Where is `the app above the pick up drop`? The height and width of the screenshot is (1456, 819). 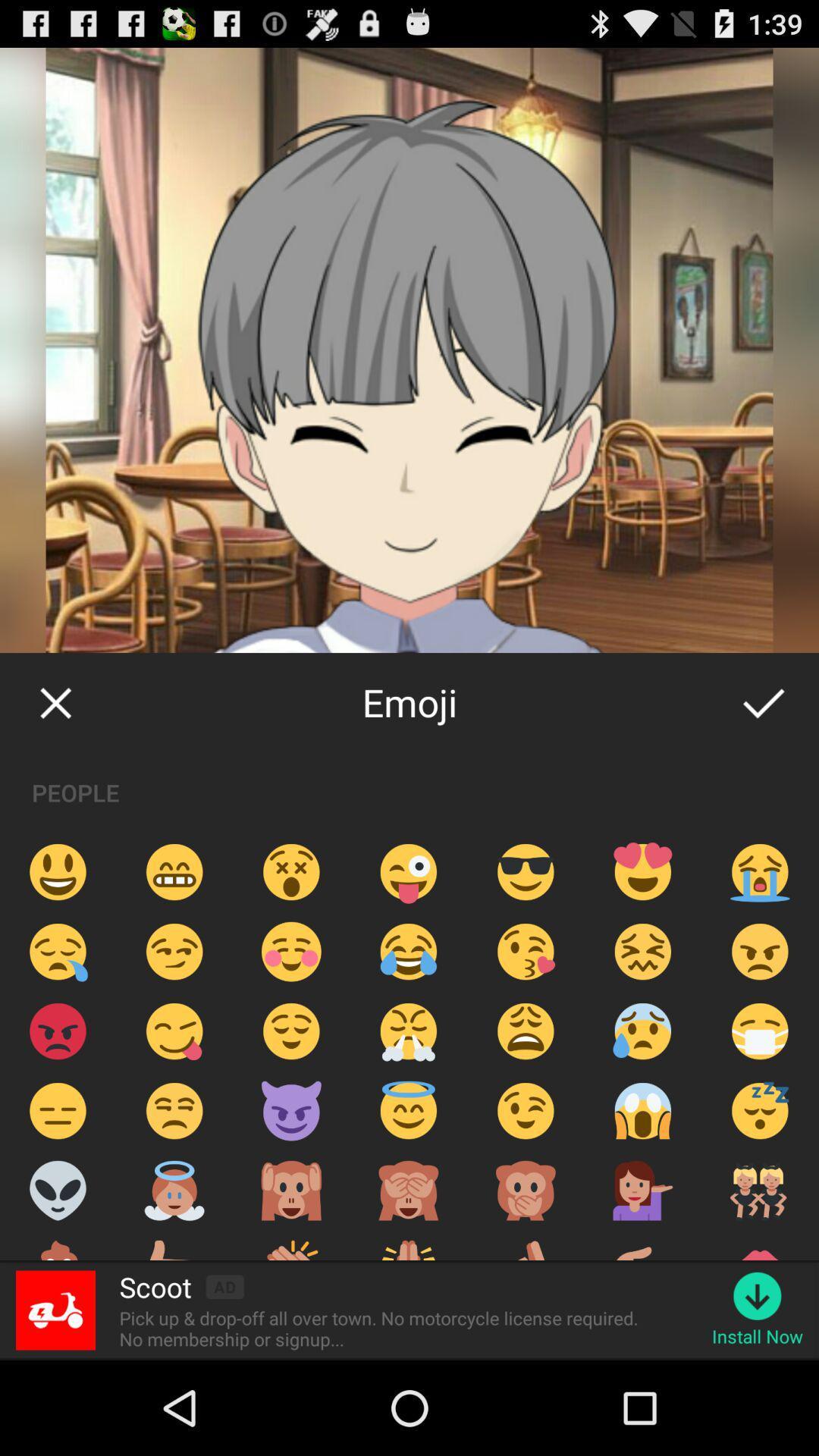
the app above the pick up drop is located at coordinates (155, 1286).